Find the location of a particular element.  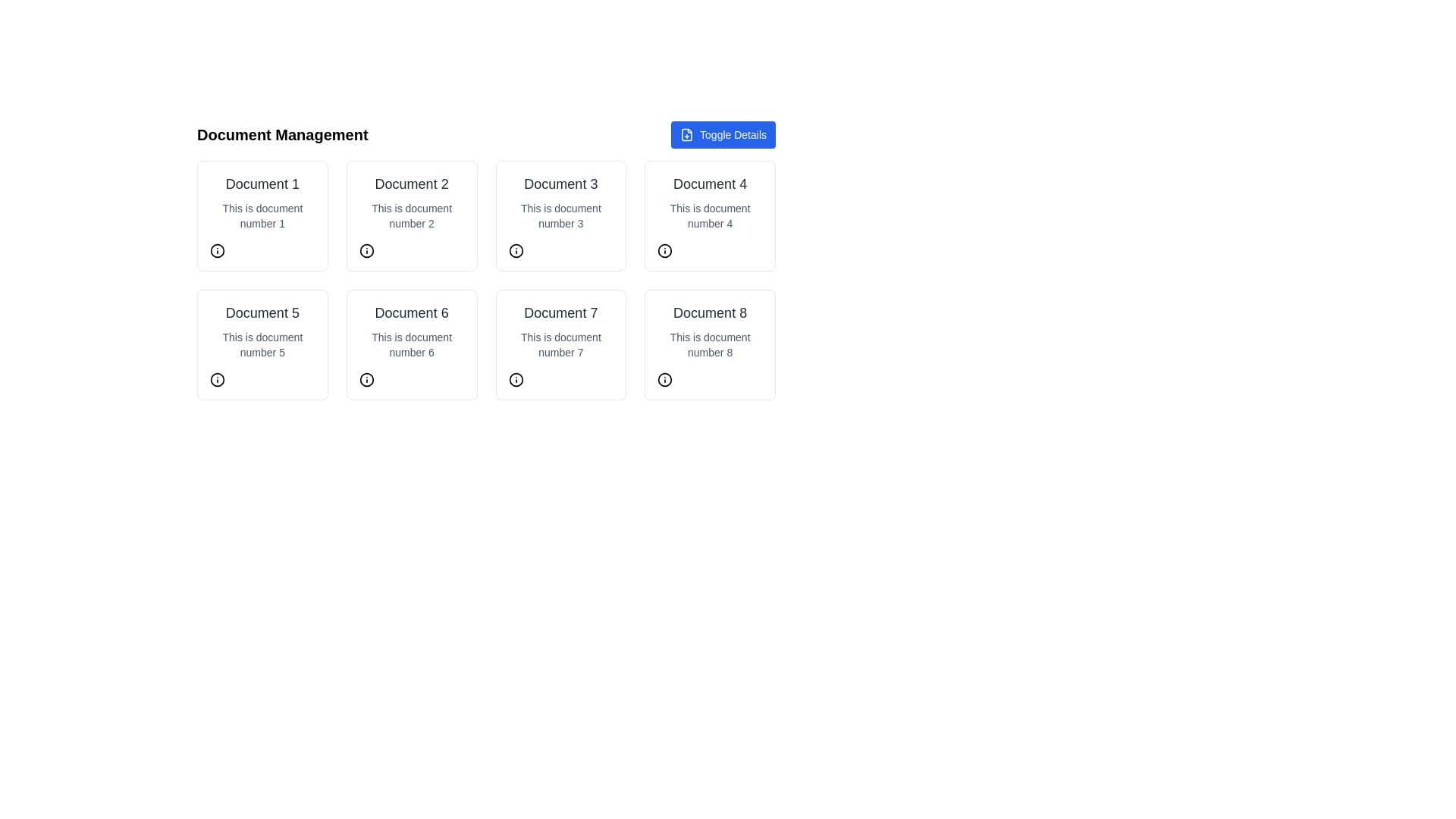

the circular icon with an outlined 'i' character located at the bottom-right of the card titled 'Document 8' is located at coordinates (665, 379).